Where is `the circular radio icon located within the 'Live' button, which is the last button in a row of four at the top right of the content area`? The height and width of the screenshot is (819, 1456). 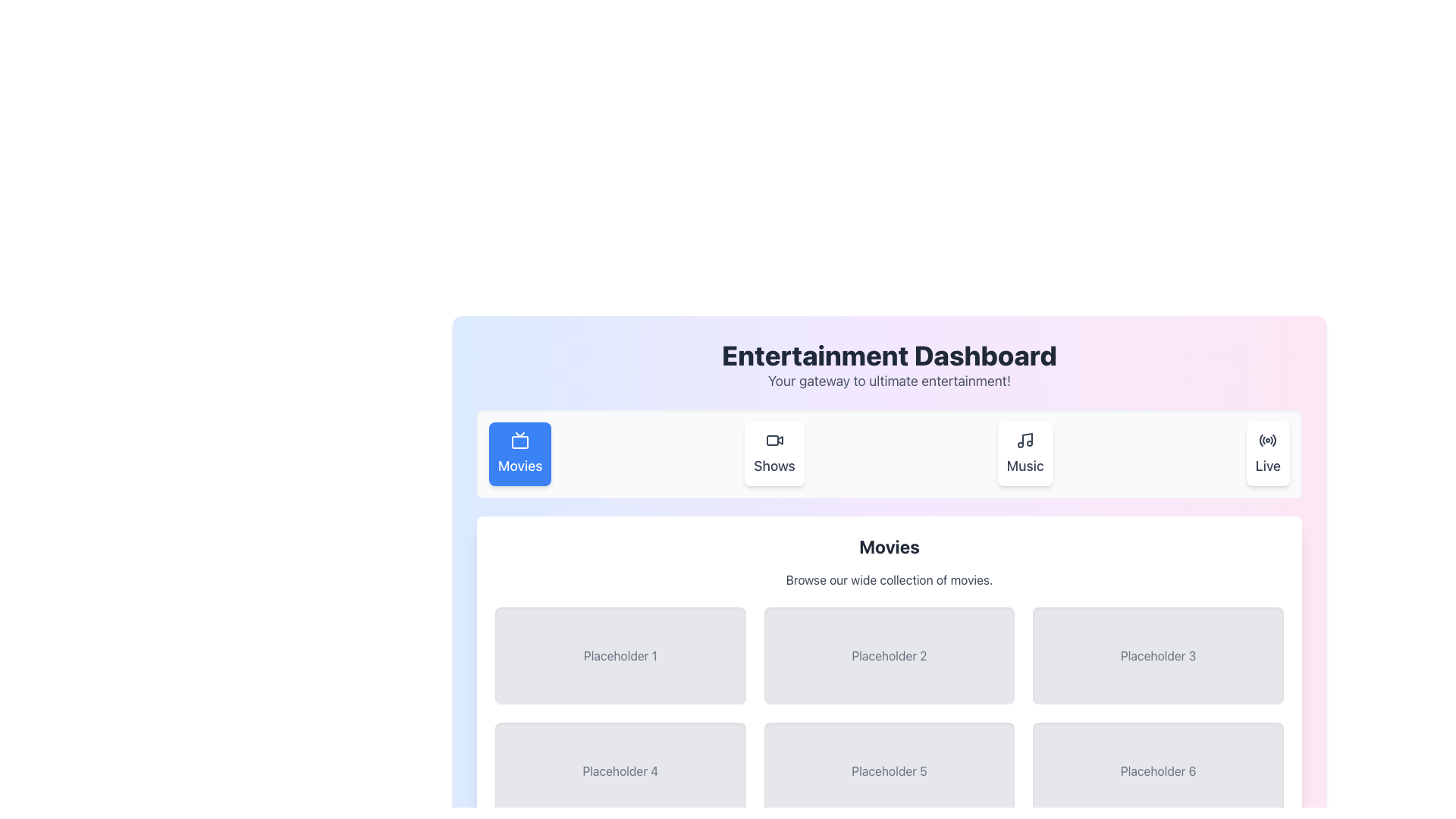 the circular radio icon located within the 'Live' button, which is the last button in a row of four at the top right of the content area is located at coordinates (1268, 441).